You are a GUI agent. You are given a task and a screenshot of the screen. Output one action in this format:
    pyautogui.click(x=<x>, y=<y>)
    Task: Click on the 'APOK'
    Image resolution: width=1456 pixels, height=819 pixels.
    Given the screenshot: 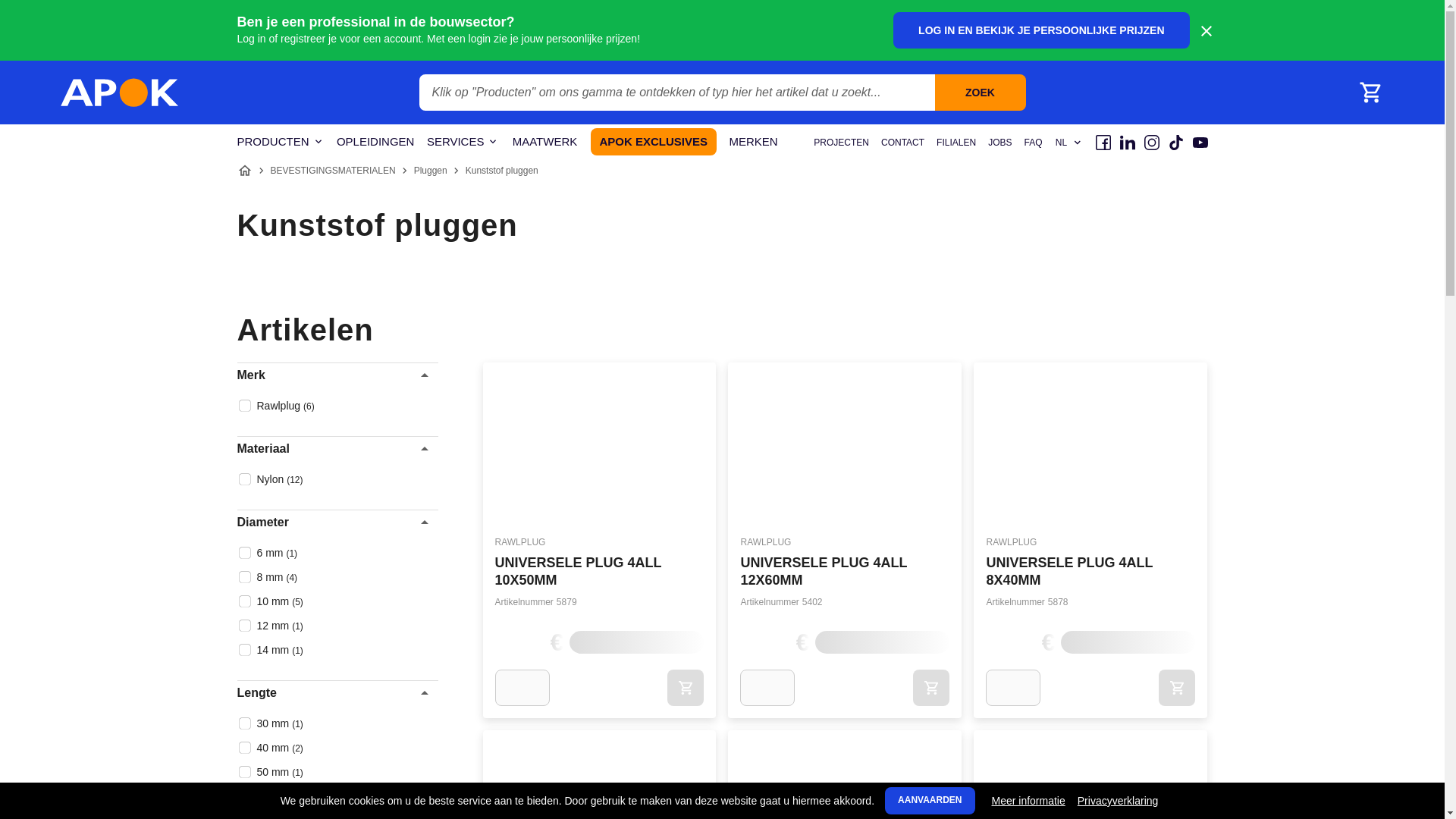 What is the action you would take?
    pyautogui.click(x=119, y=93)
    